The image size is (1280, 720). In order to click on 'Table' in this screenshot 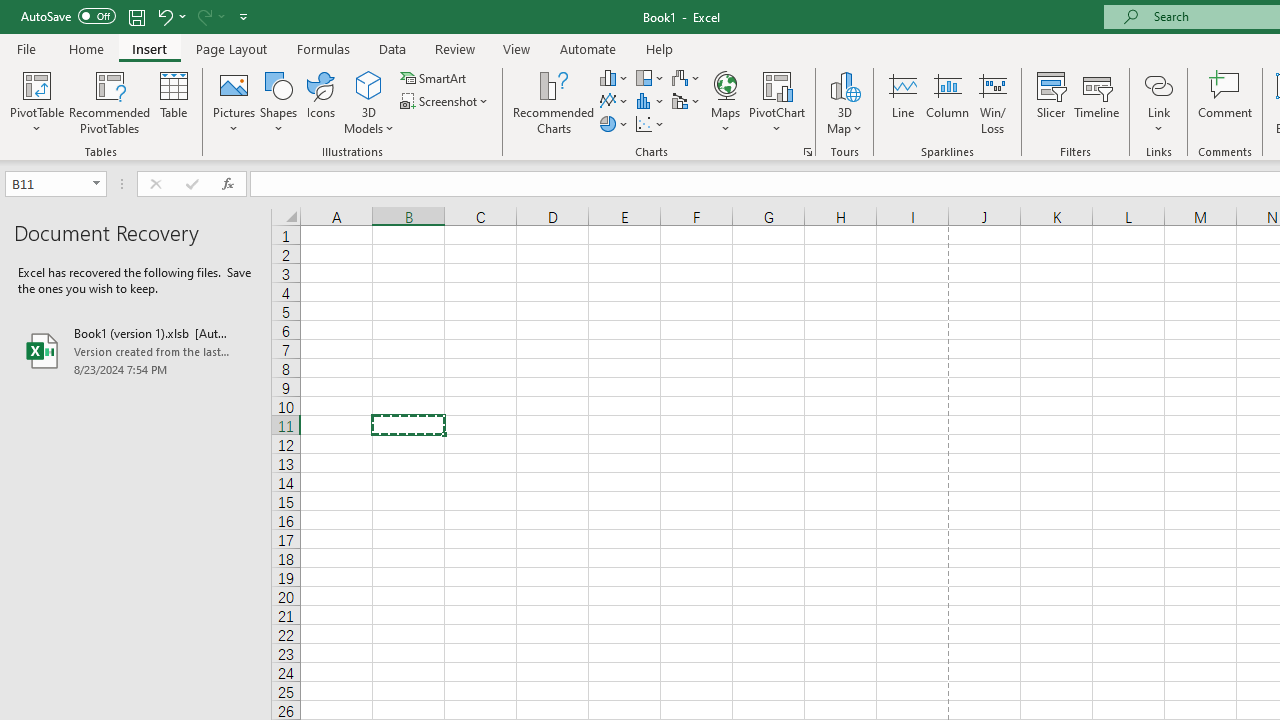, I will do `click(174, 103)`.